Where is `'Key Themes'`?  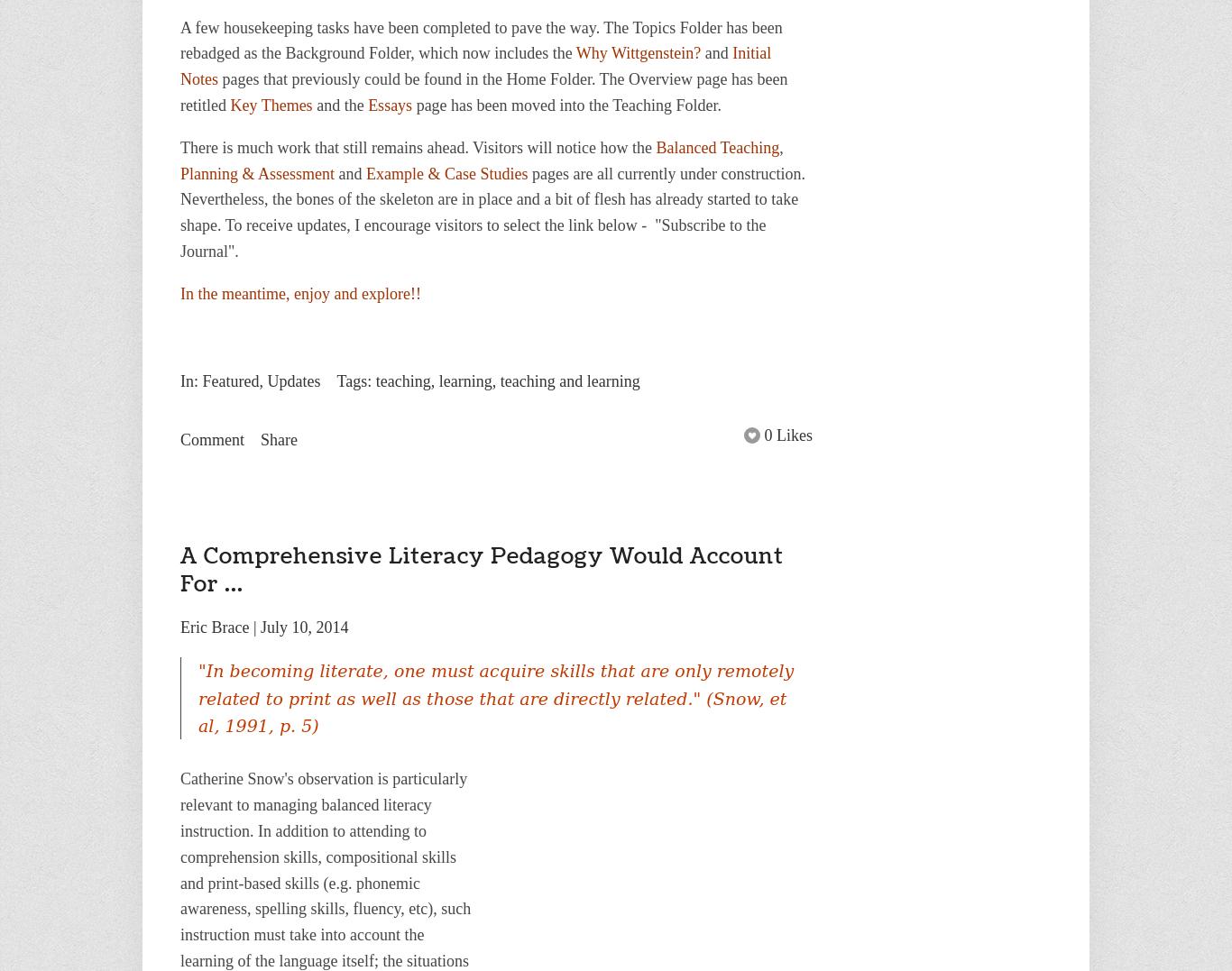
'Key Themes' is located at coordinates (271, 103).